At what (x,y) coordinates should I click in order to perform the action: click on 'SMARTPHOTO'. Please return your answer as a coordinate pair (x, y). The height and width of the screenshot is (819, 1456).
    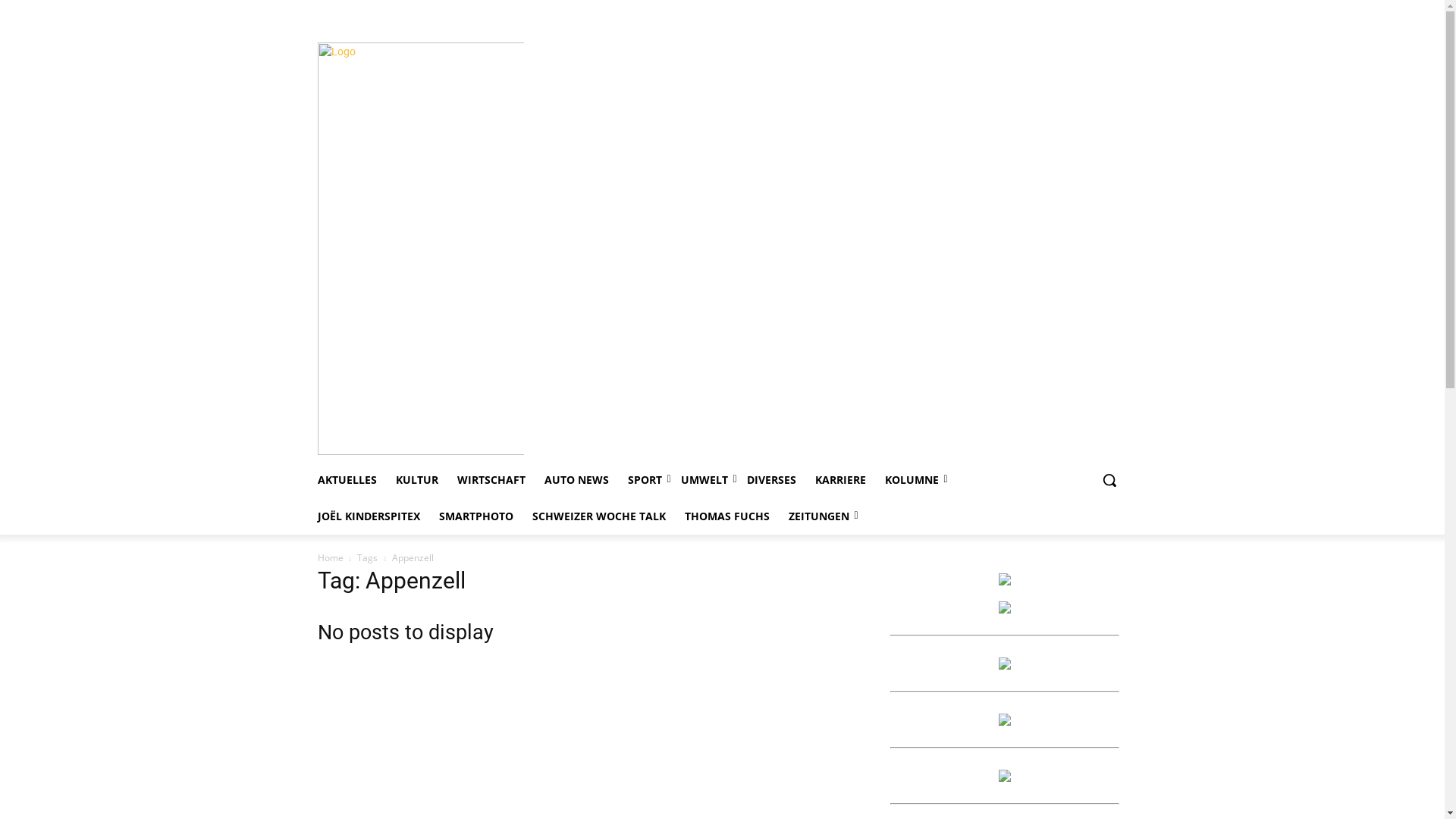
    Looking at the image, I should click on (475, 516).